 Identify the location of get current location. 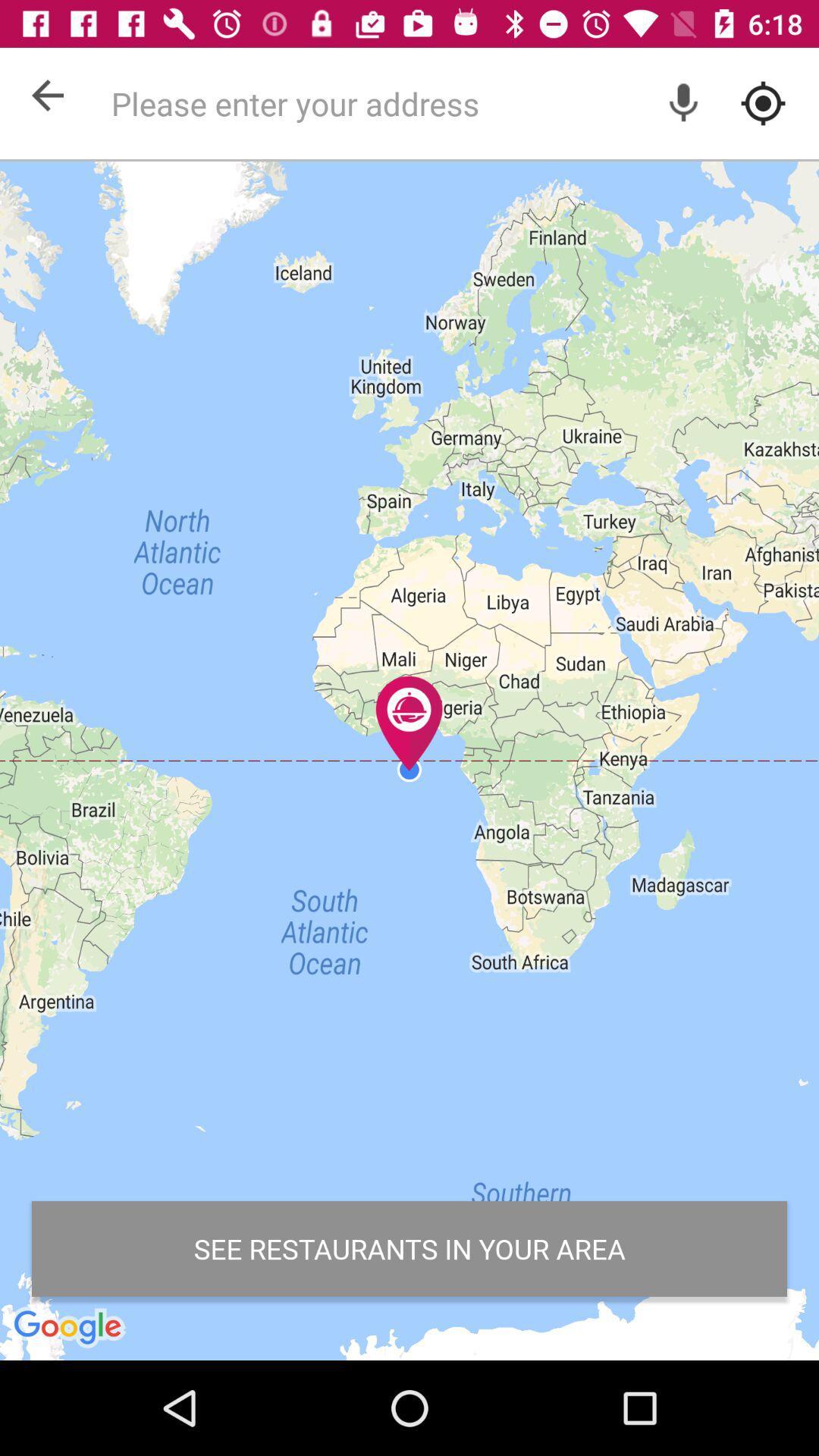
(763, 102).